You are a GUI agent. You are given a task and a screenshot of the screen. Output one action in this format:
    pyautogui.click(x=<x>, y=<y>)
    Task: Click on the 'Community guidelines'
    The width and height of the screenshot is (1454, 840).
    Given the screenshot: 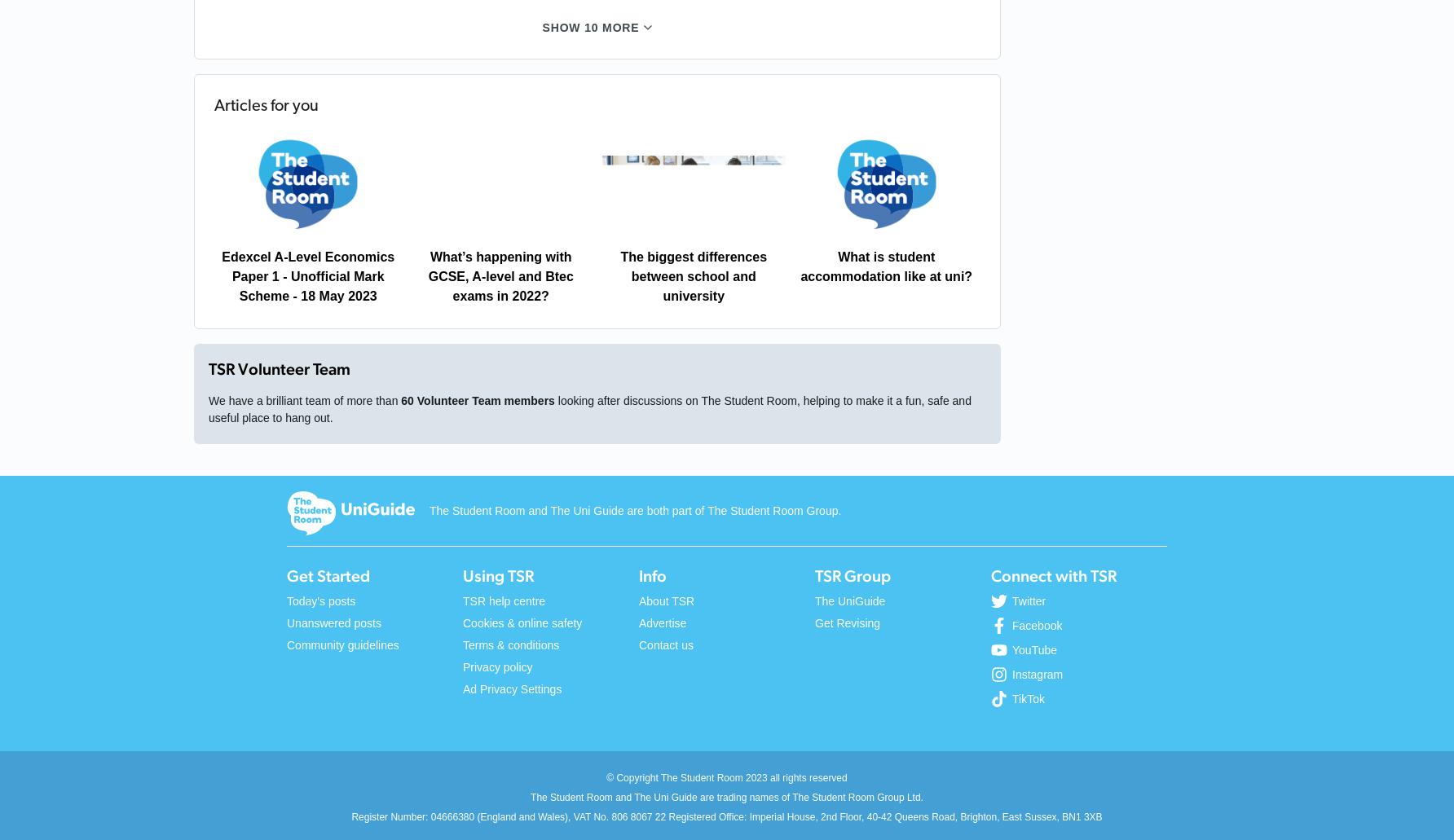 What is the action you would take?
    pyautogui.click(x=341, y=644)
    